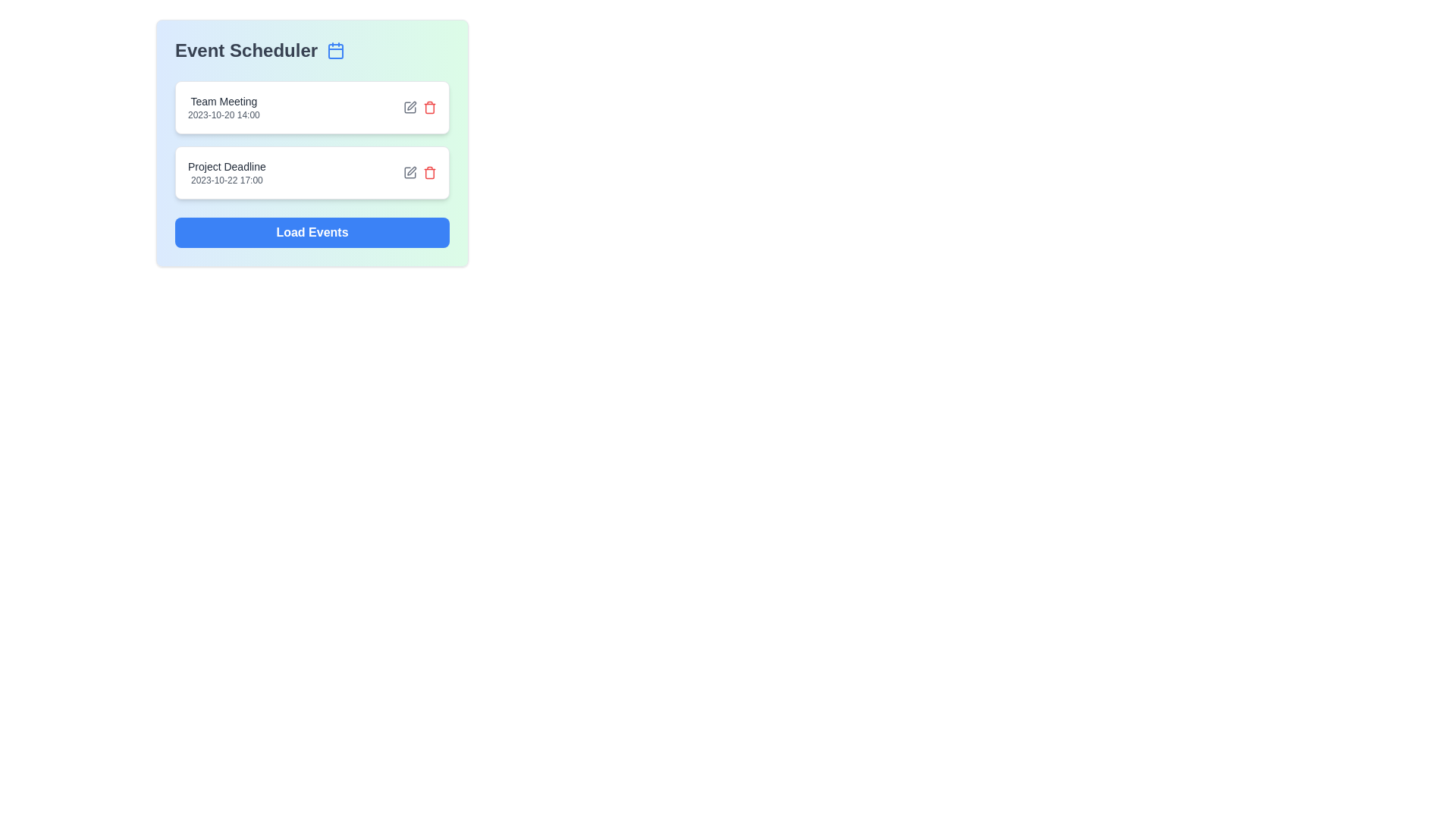  What do you see at coordinates (335, 49) in the screenshot?
I see `the icon located to the right of the 'Event Scheduler' text in the header area` at bounding box center [335, 49].